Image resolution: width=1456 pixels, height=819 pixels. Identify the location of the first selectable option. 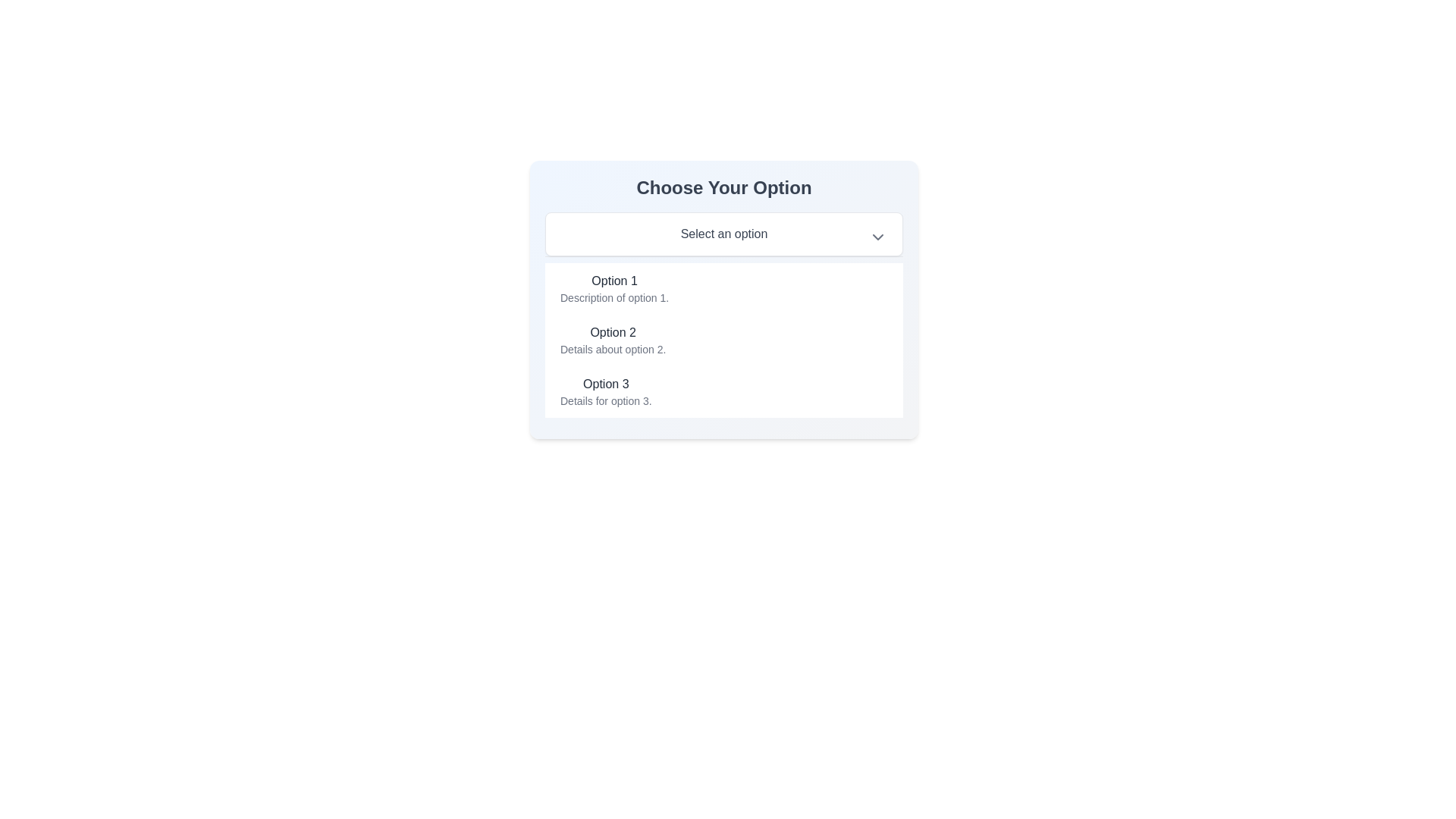
(723, 289).